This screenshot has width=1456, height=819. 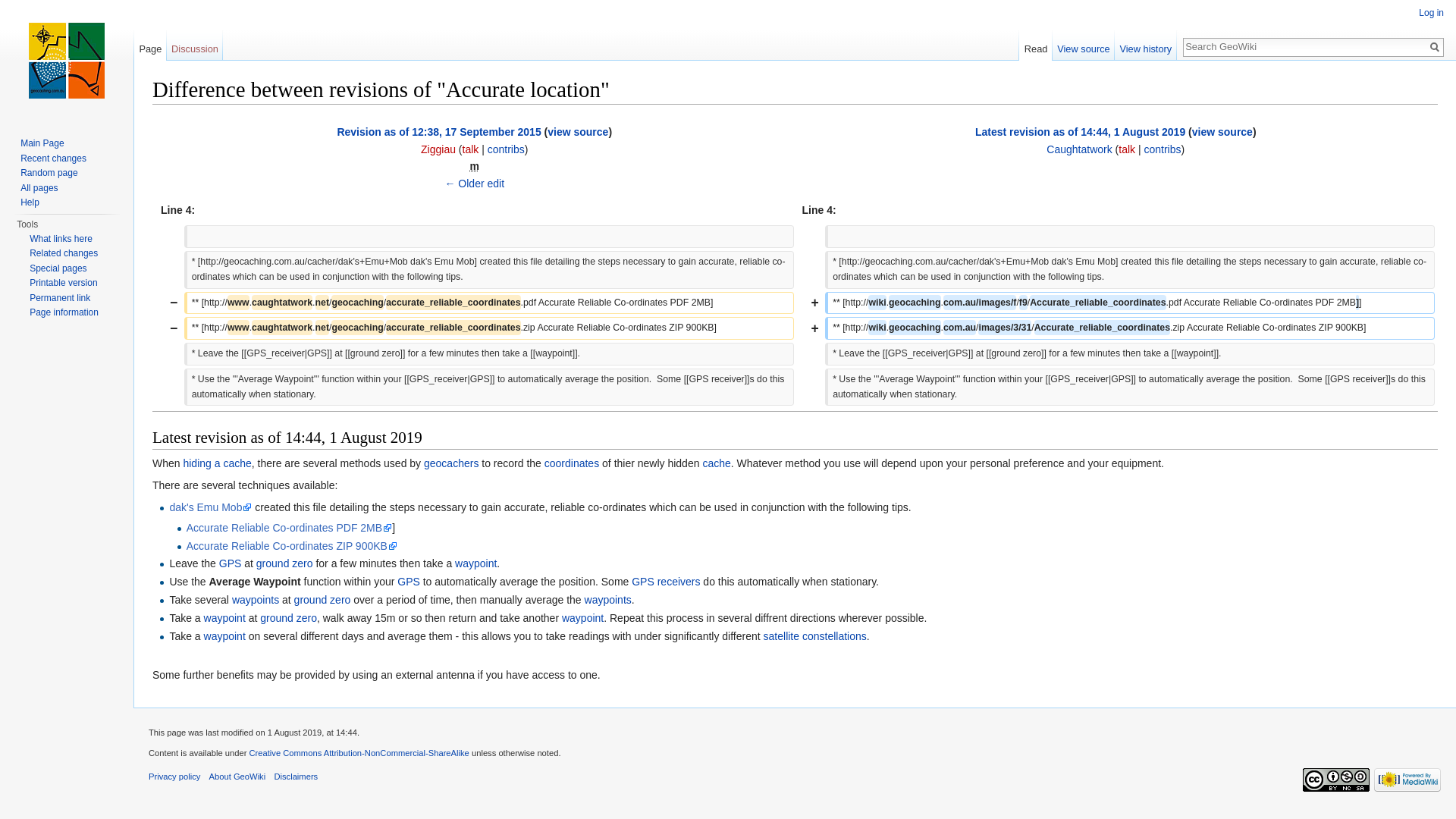 What do you see at coordinates (273, 776) in the screenshot?
I see `'Disclaimers'` at bounding box center [273, 776].